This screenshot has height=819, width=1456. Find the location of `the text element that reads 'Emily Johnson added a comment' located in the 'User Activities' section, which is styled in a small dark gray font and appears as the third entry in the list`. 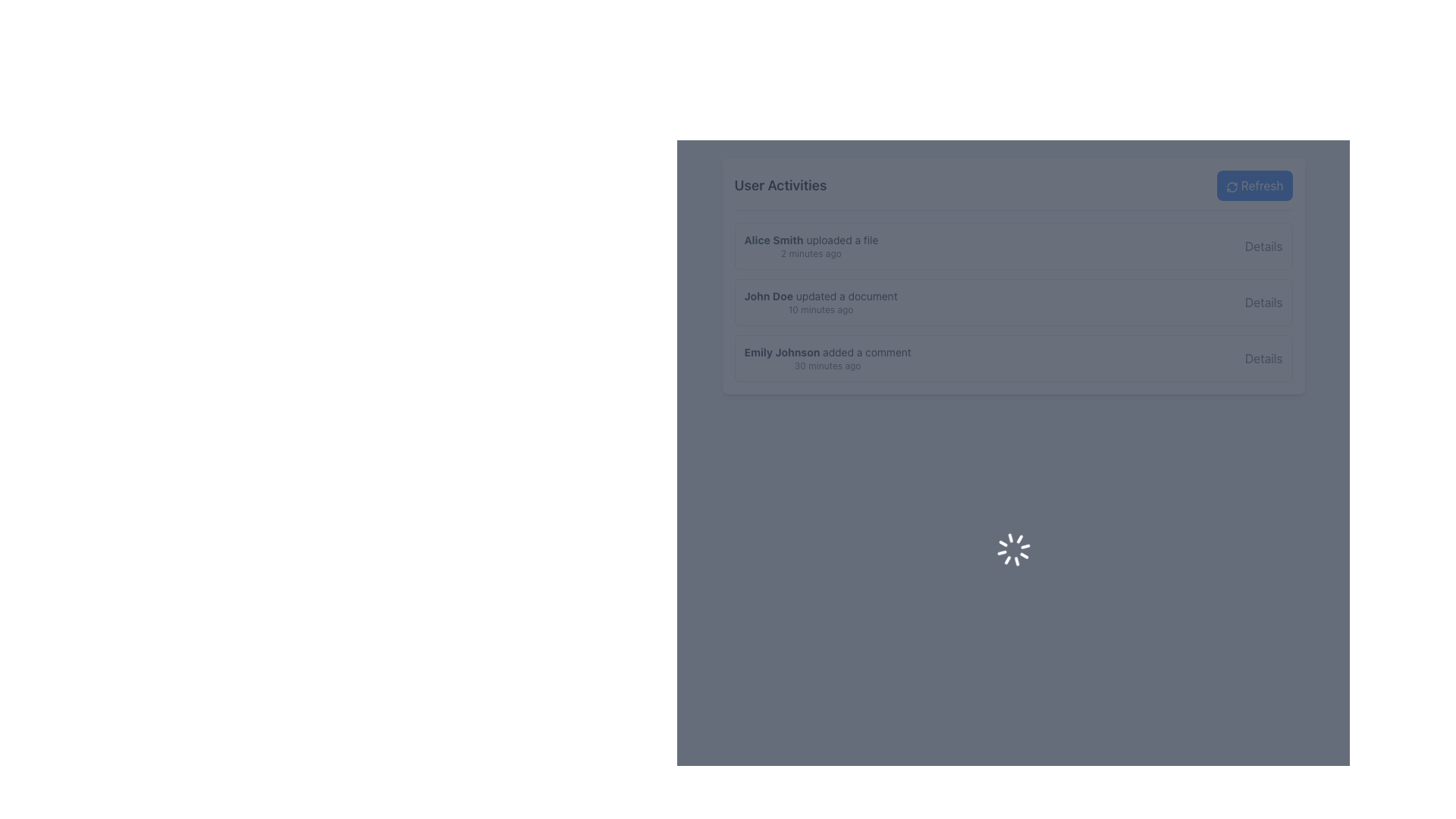

the text element that reads 'Emily Johnson added a comment' located in the 'User Activities' section, which is styled in a small dark gray font and appears as the third entry in the list is located at coordinates (827, 353).